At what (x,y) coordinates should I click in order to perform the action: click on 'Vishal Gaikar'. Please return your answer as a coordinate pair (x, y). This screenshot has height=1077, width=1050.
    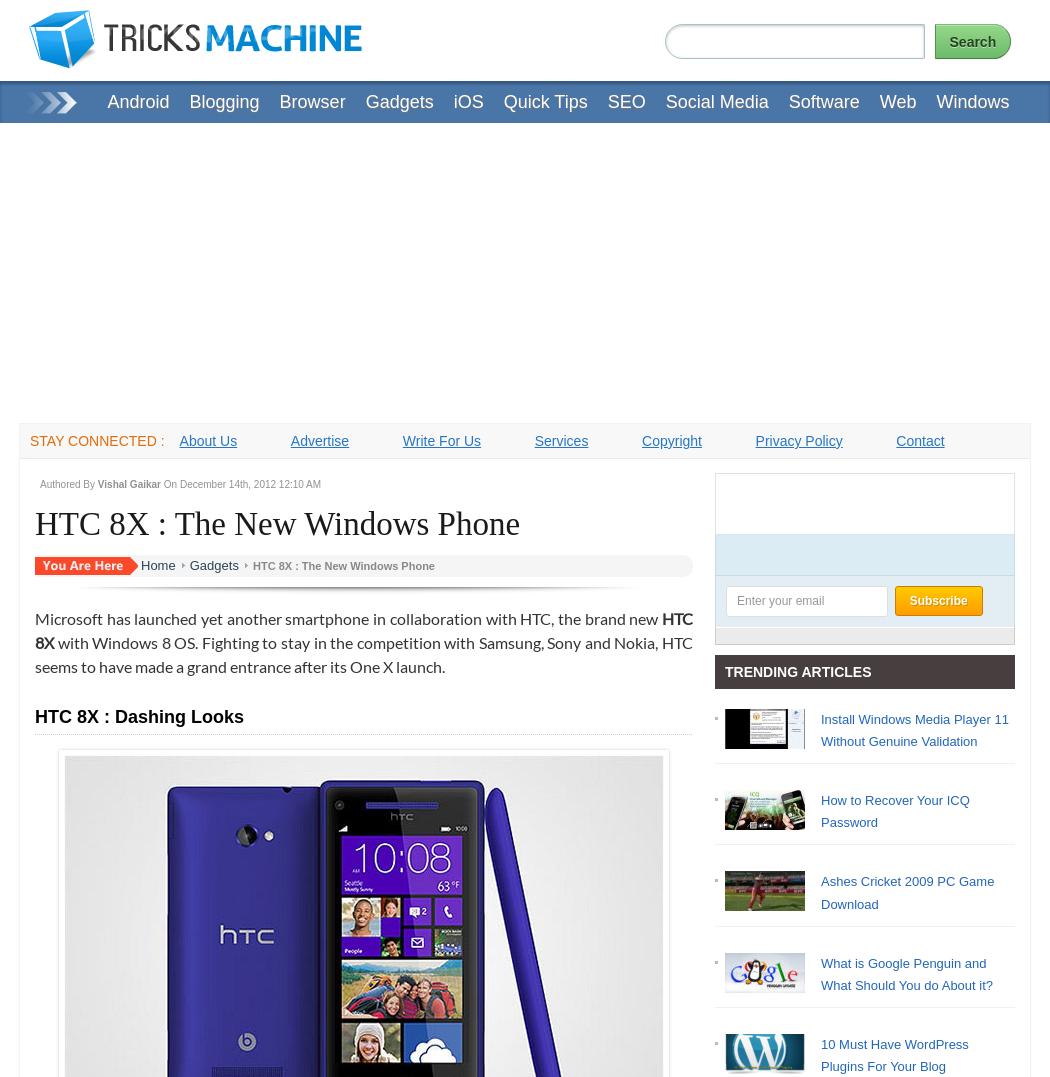
    Looking at the image, I should click on (128, 484).